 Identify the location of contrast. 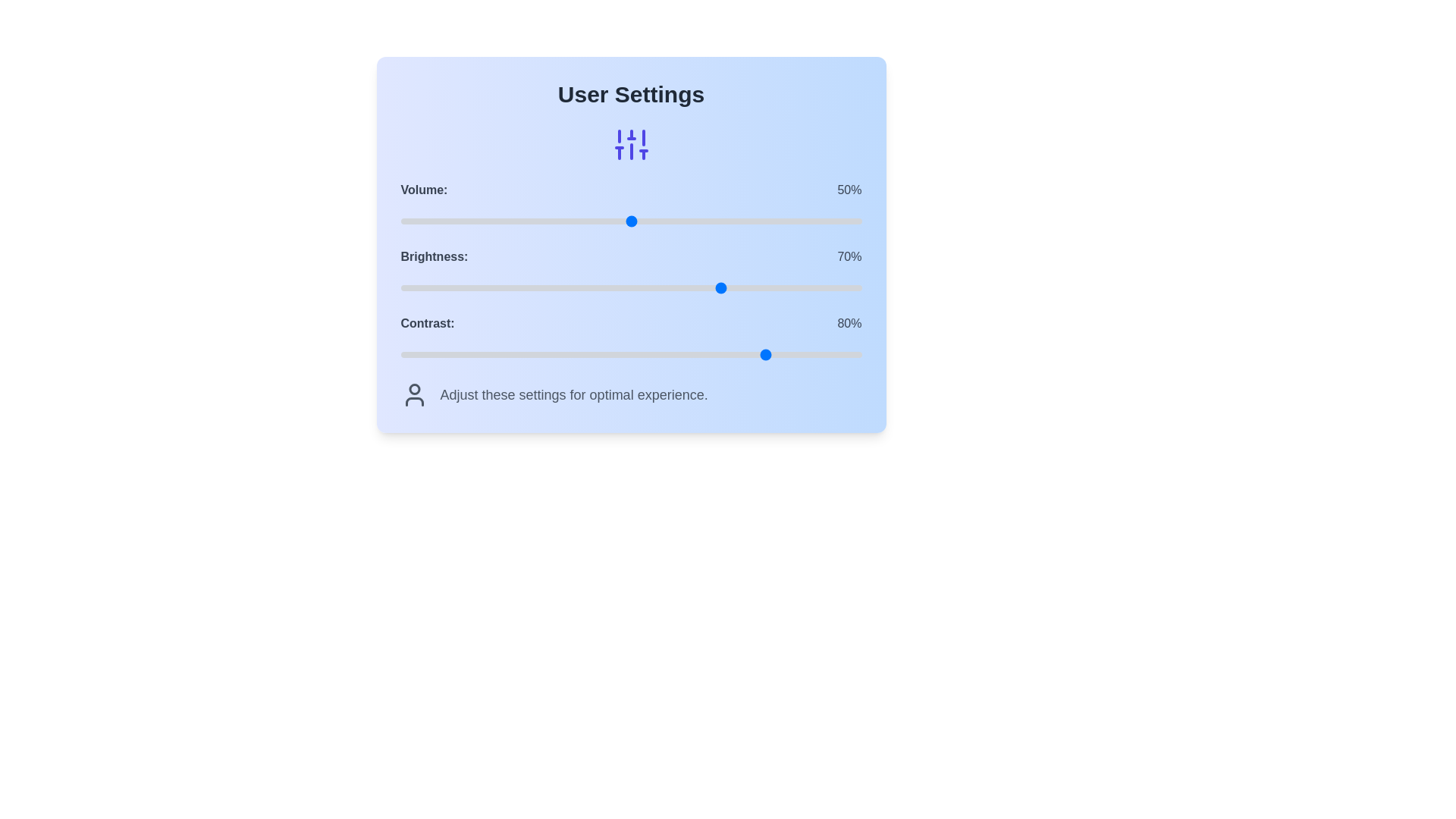
(718, 354).